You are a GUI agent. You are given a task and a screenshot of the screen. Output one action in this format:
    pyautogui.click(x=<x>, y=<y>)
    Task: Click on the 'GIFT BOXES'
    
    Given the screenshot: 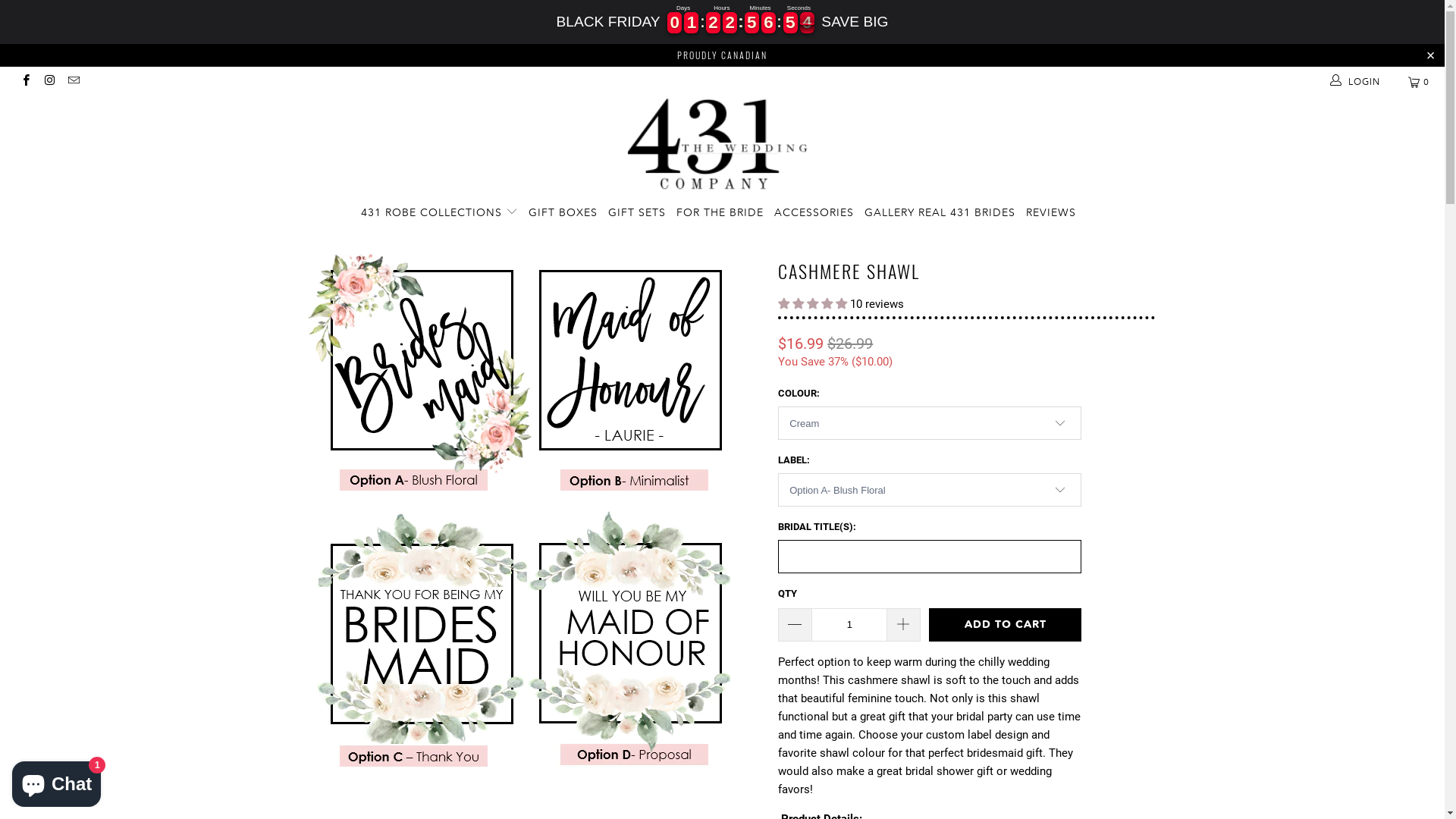 What is the action you would take?
    pyautogui.click(x=562, y=212)
    